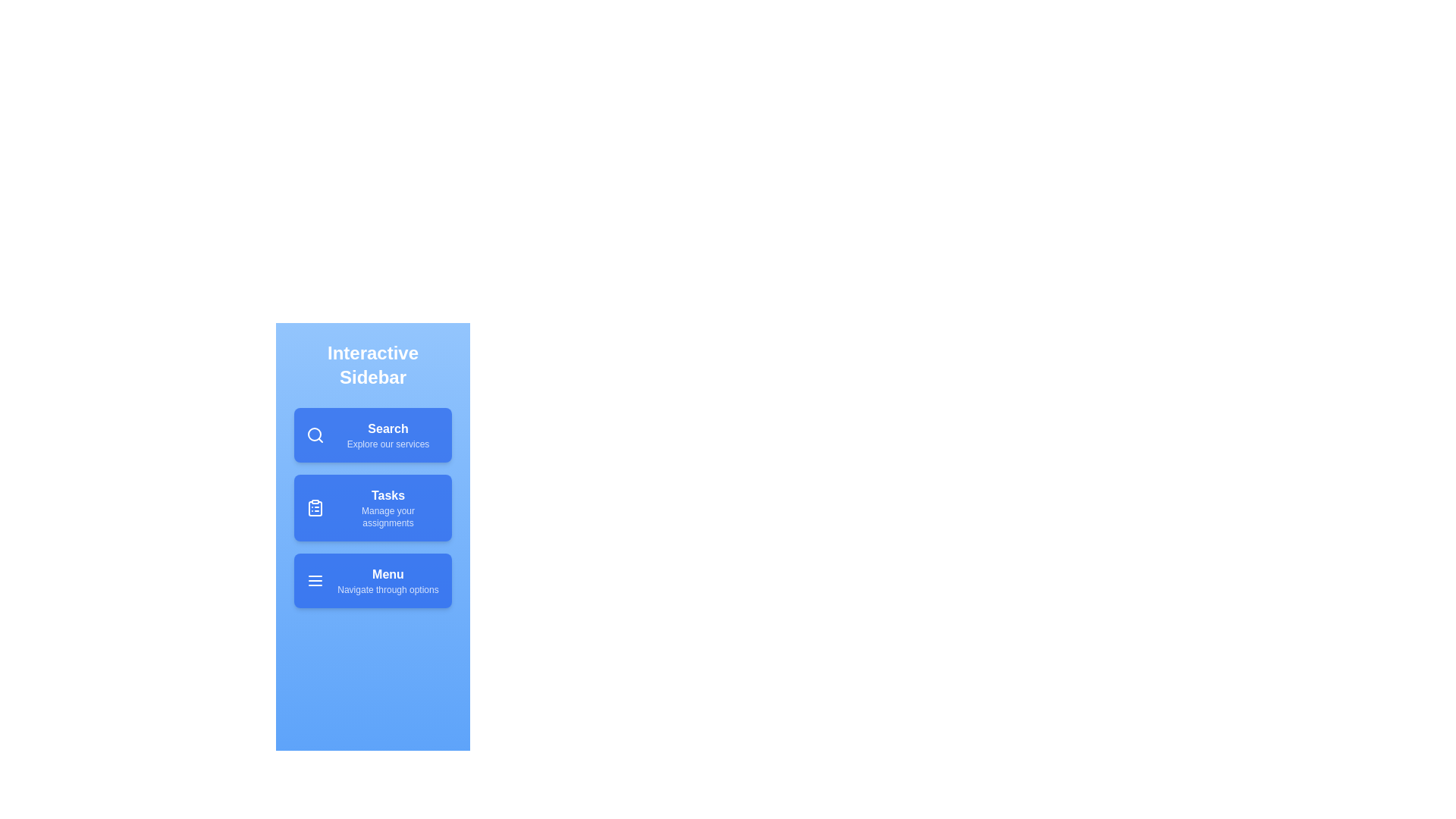  Describe the element at coordinates (315, 580) in the screenshot. I see `the icon of the menu item Menu` at that location.